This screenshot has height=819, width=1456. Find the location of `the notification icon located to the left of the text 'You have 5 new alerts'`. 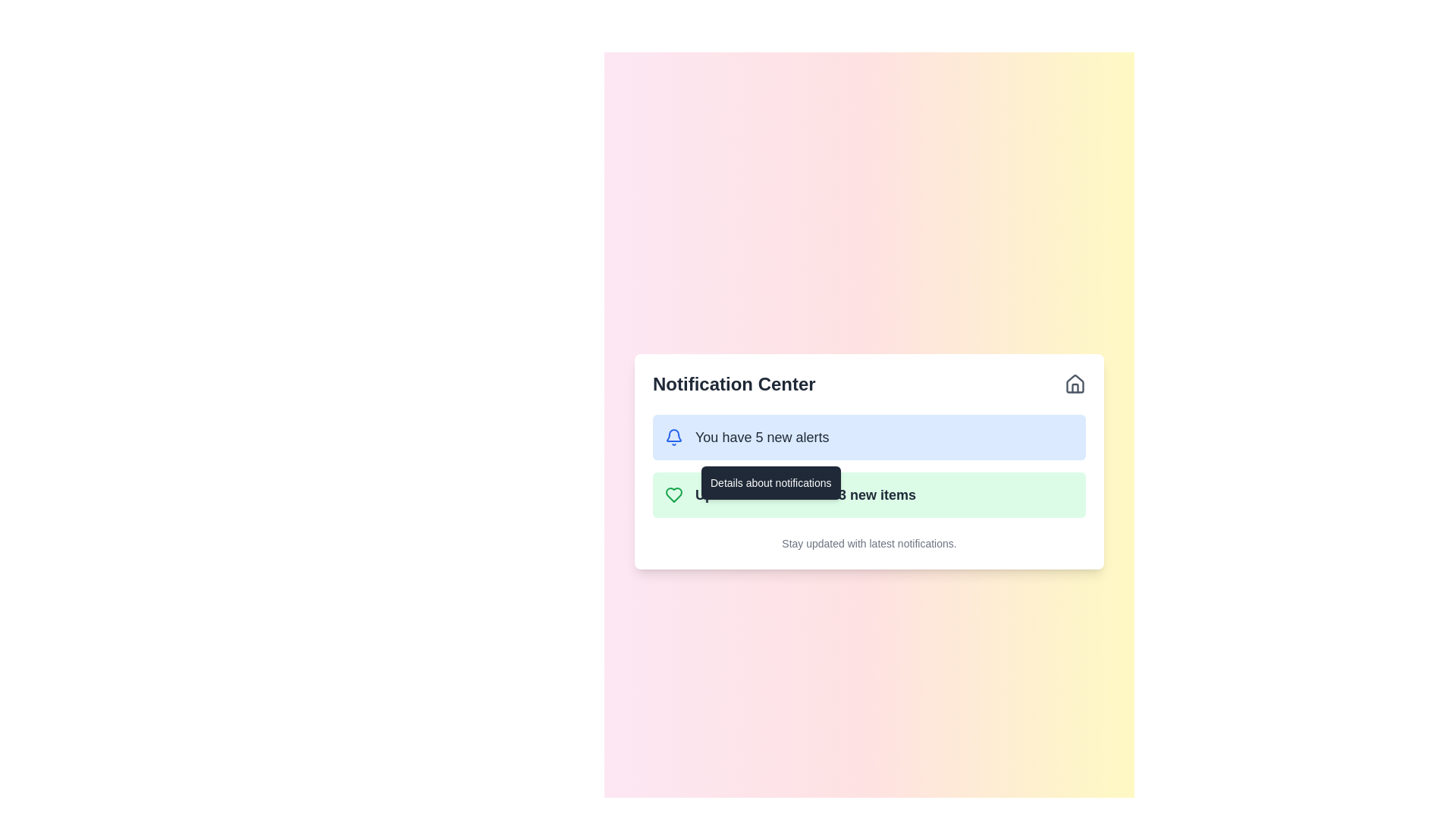

the notification icon located to the left of the text 'You have 5 new alerts' is located at coordinates (673, 438).